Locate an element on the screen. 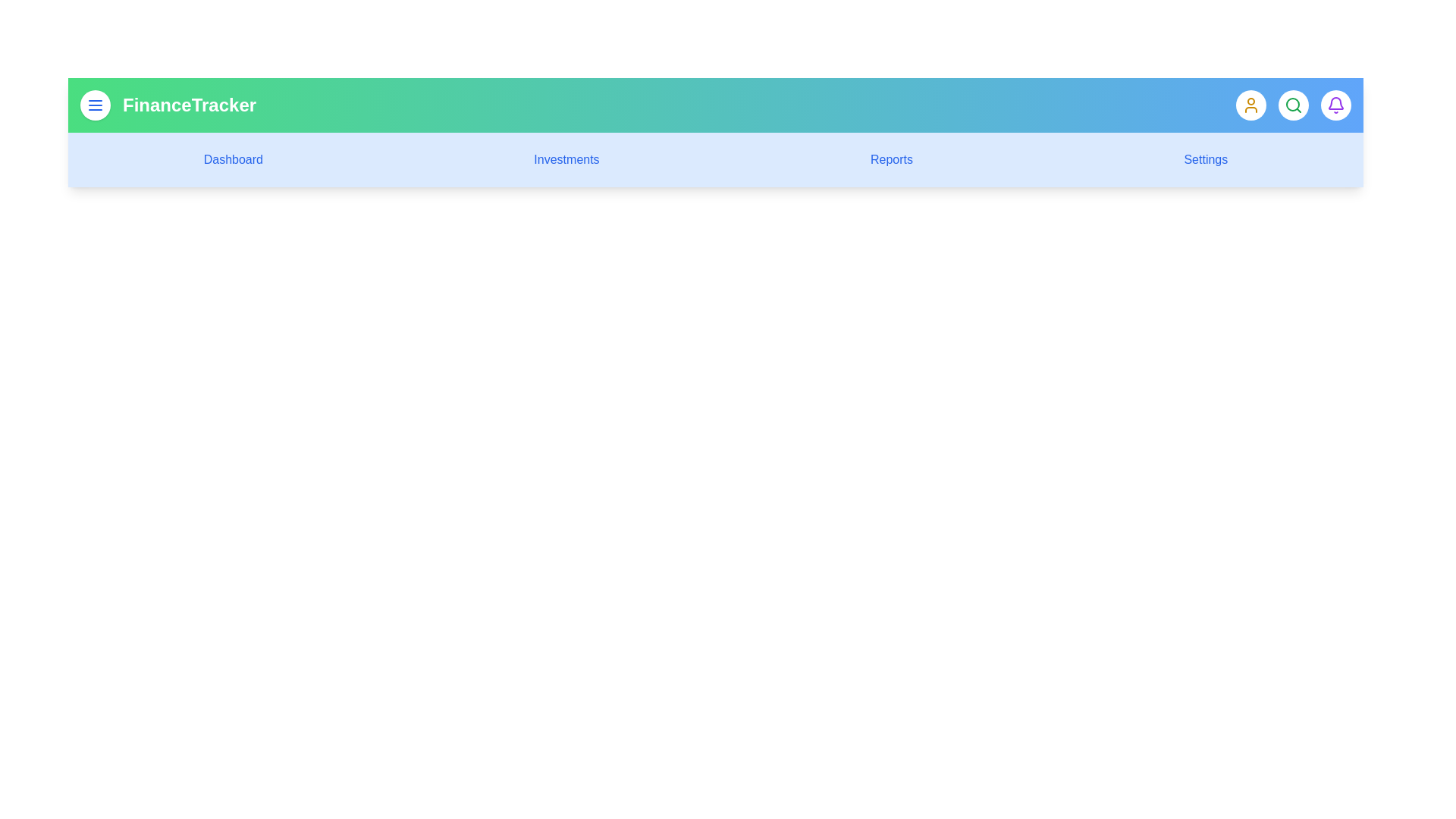 This screenshot has width=1456, height=819. the search button to activate the search functionality is located at coordinates (1292, 104).